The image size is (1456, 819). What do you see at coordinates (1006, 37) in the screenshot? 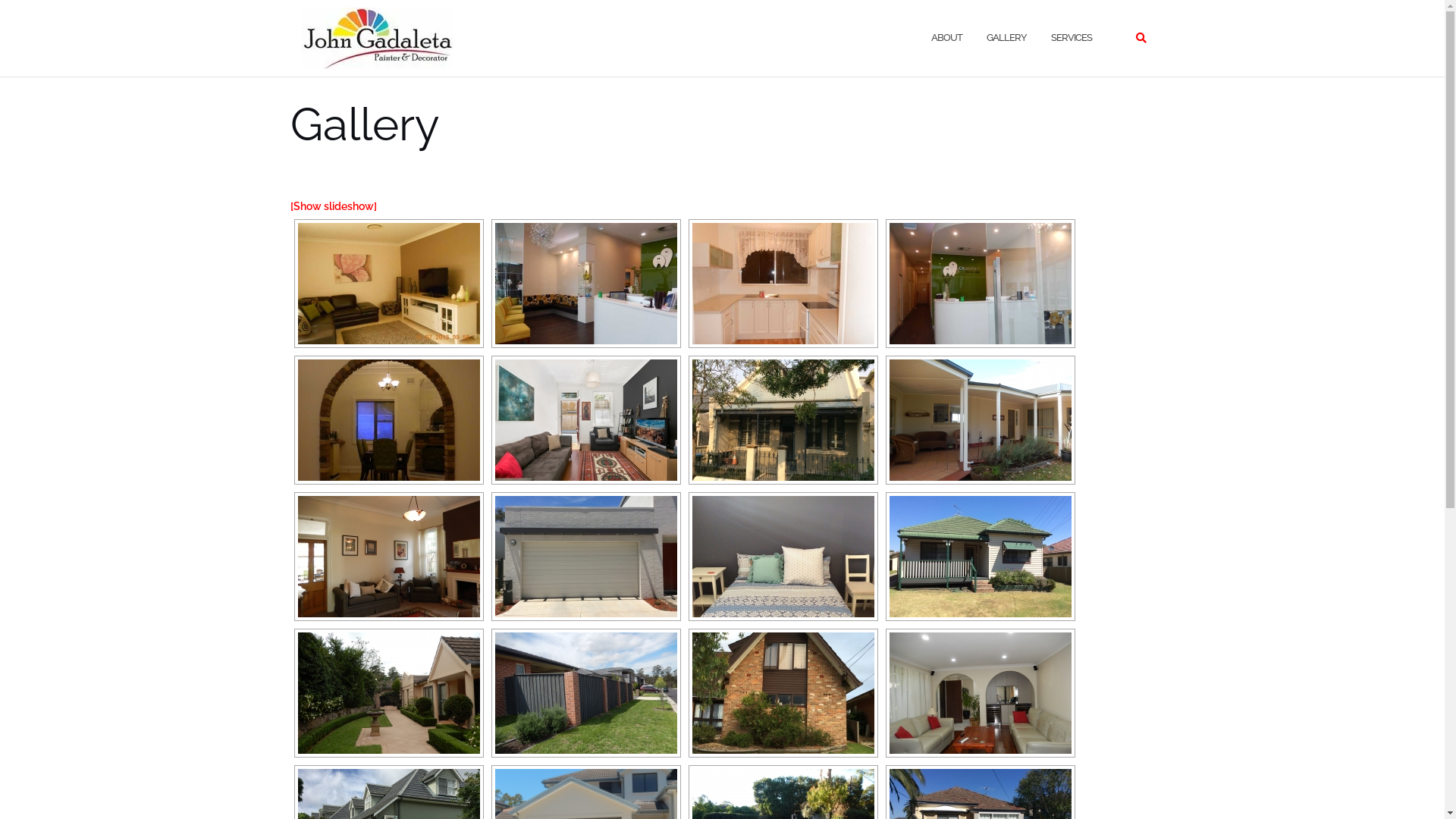
I see `'GALLERY'` at bounding box center [1006, 37].